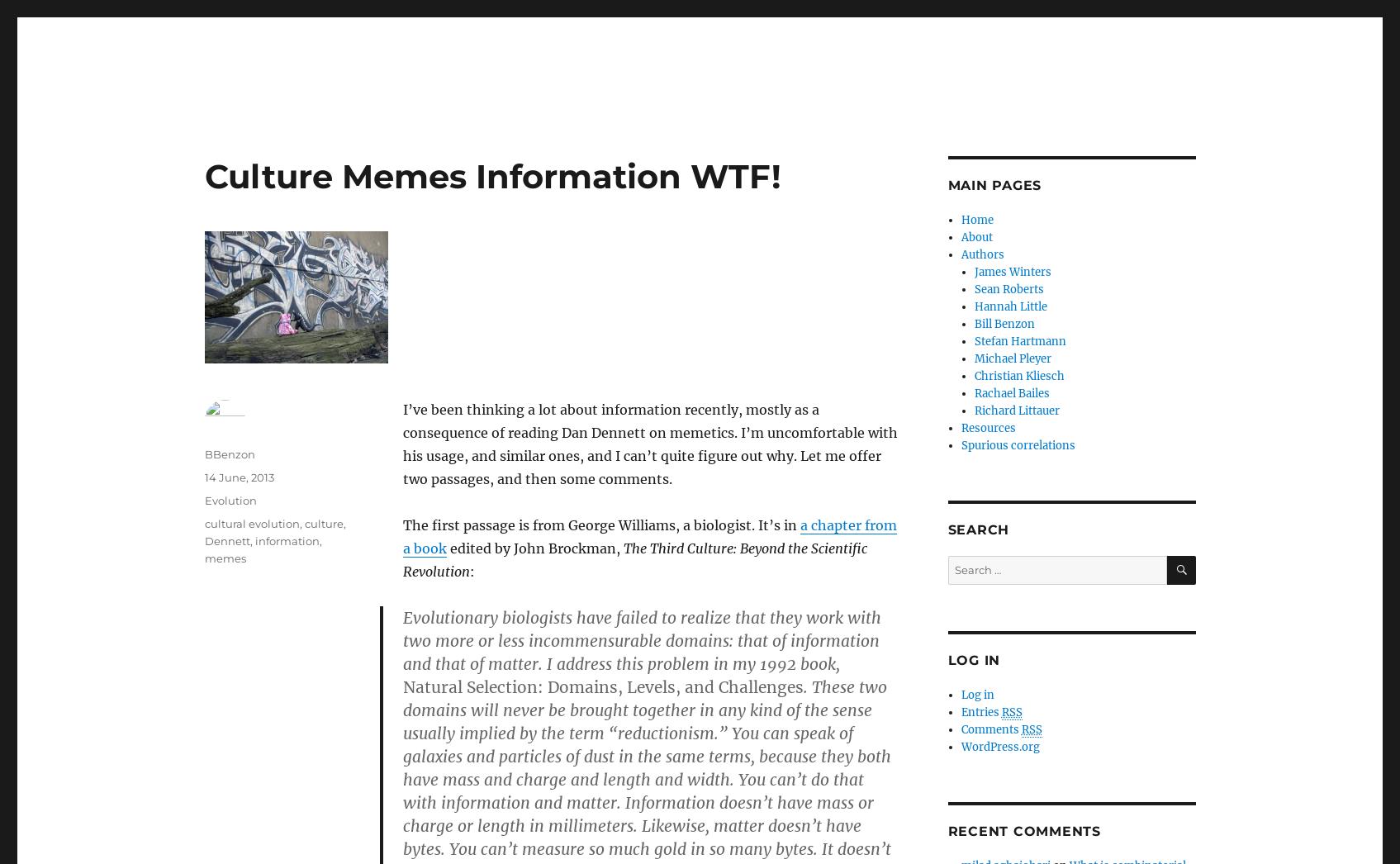  I want to click on 'Bill Benzon', so click(1004, 324).